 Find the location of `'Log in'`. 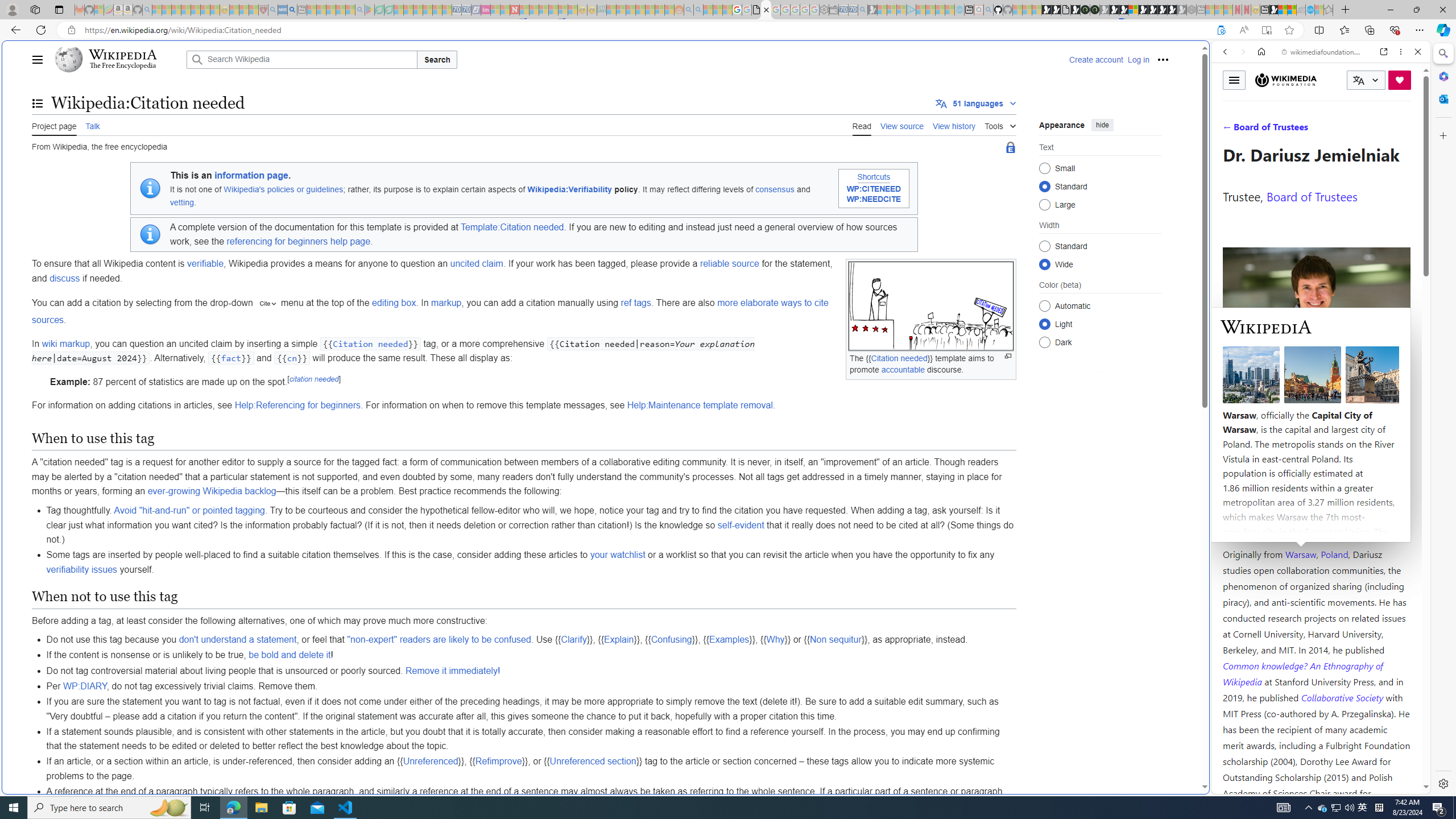

'Log in' is located at coordinates (1137, 59).